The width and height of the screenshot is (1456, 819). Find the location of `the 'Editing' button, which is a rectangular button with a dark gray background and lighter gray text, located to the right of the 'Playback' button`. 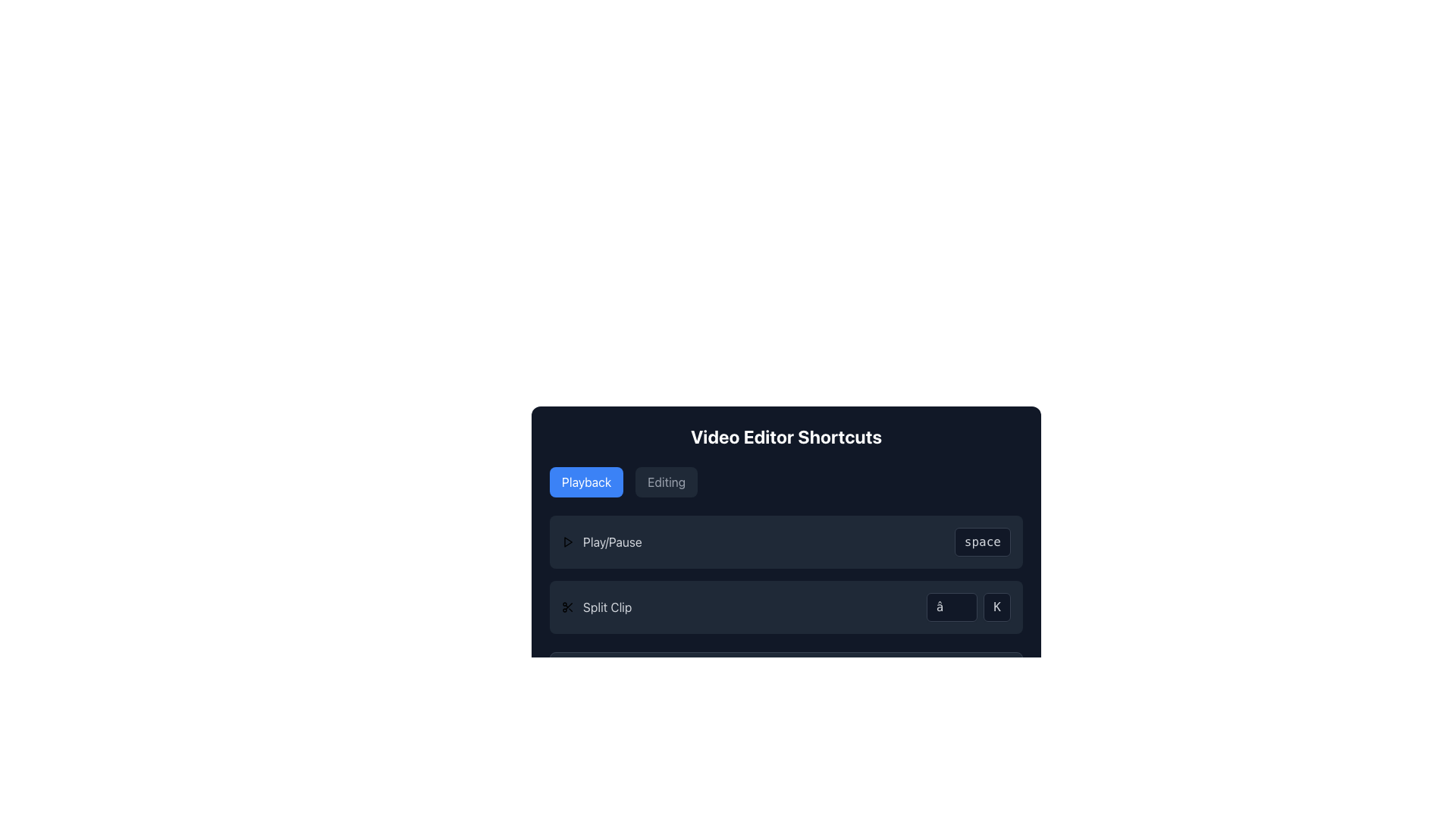

the 'Editing' button, which is a rectangular button with a dark gray background and lighter gray text, located to the right of the 'Playback' button is located at coordinates (667, 482).